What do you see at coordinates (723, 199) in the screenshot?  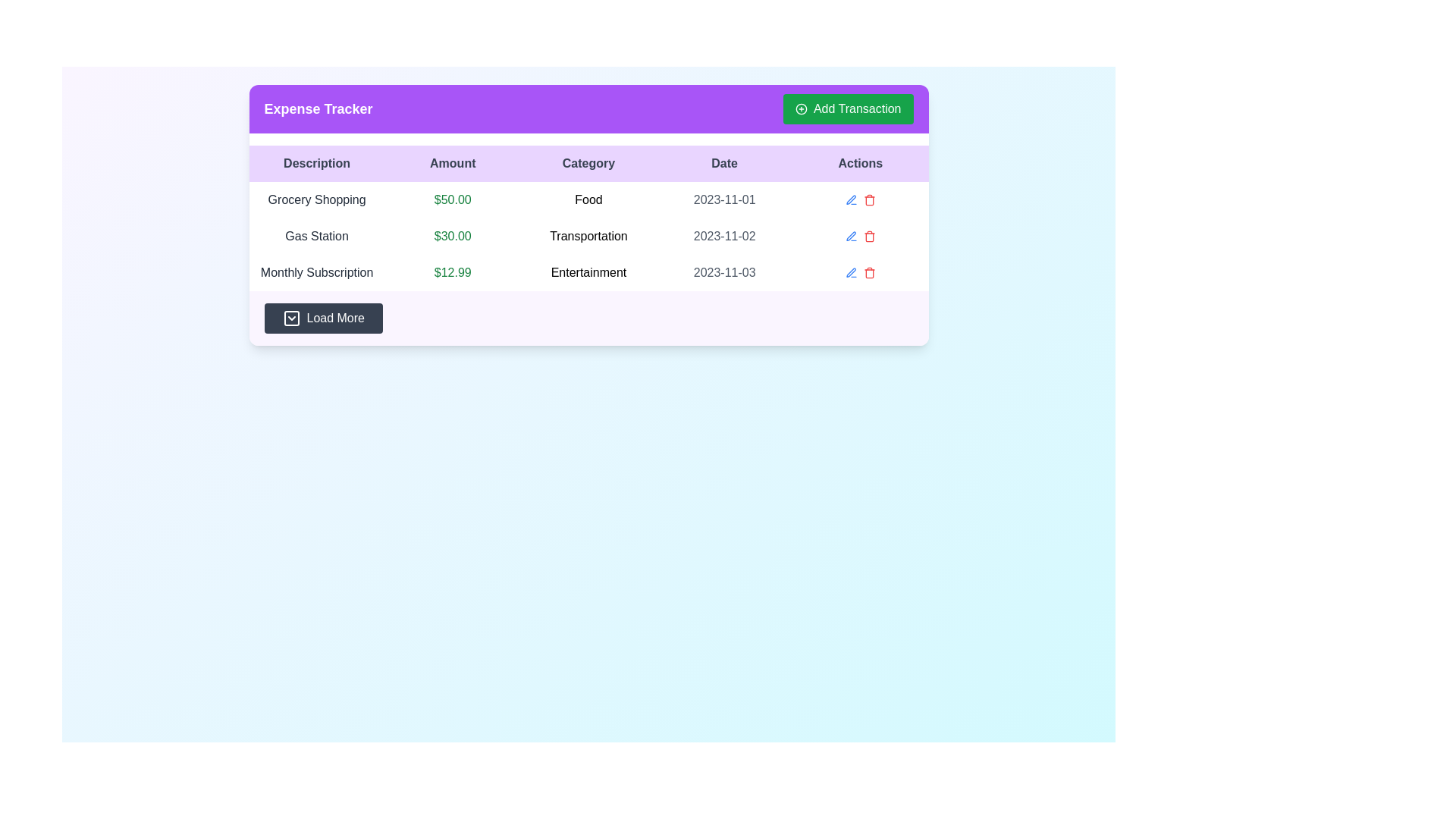 I see `the text label displaying the date '2023-11-01' in gray color, which is located under the 'Date' column, aligned with 'Grocery Shopping.'` at bounding box center [723, 199].